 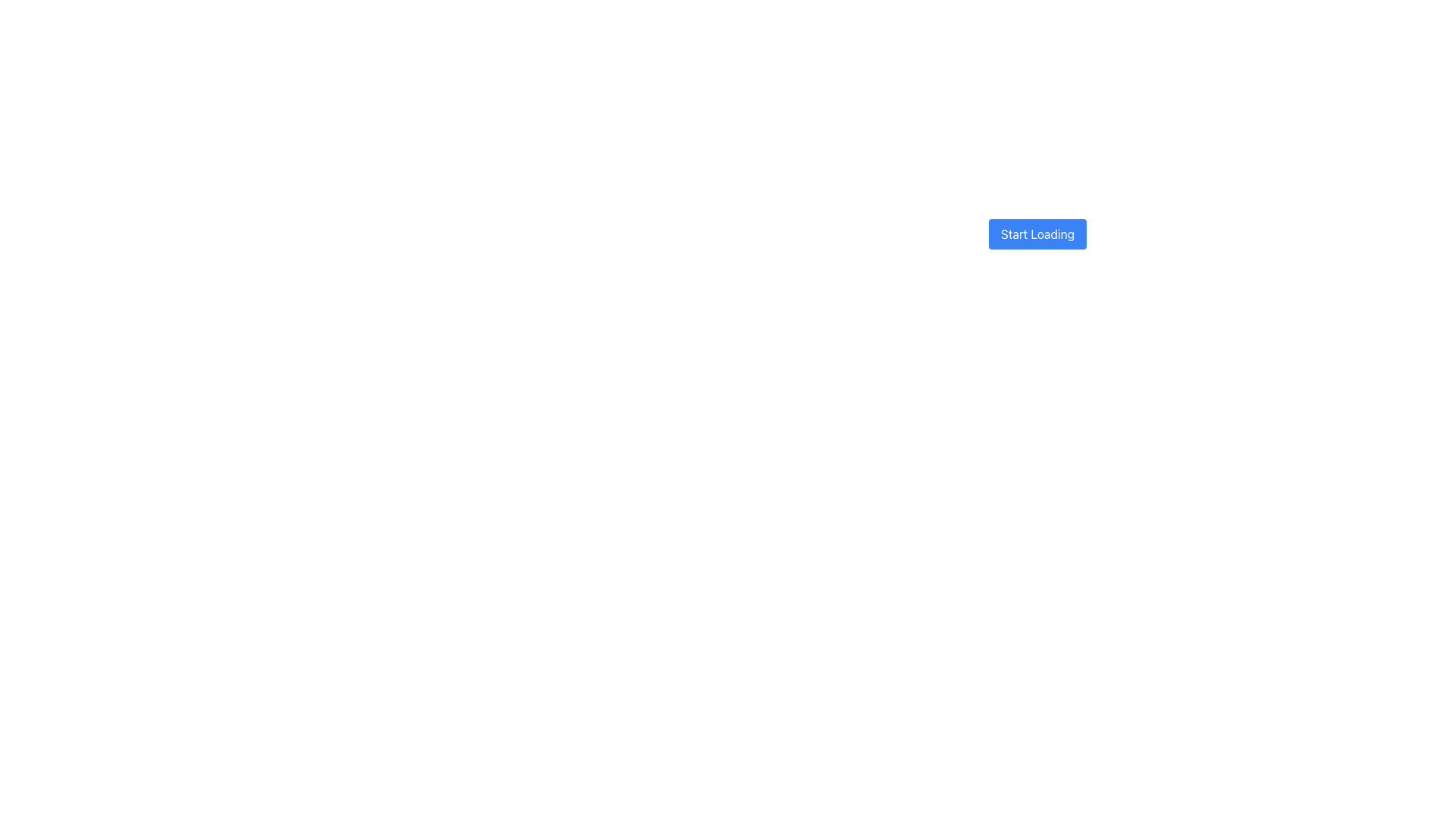 I want to click on the rectangular button with rounded corners, blue background, and white text that reads 'Start Loading' to observe the scaling effect, so click(x=1037, y=234).